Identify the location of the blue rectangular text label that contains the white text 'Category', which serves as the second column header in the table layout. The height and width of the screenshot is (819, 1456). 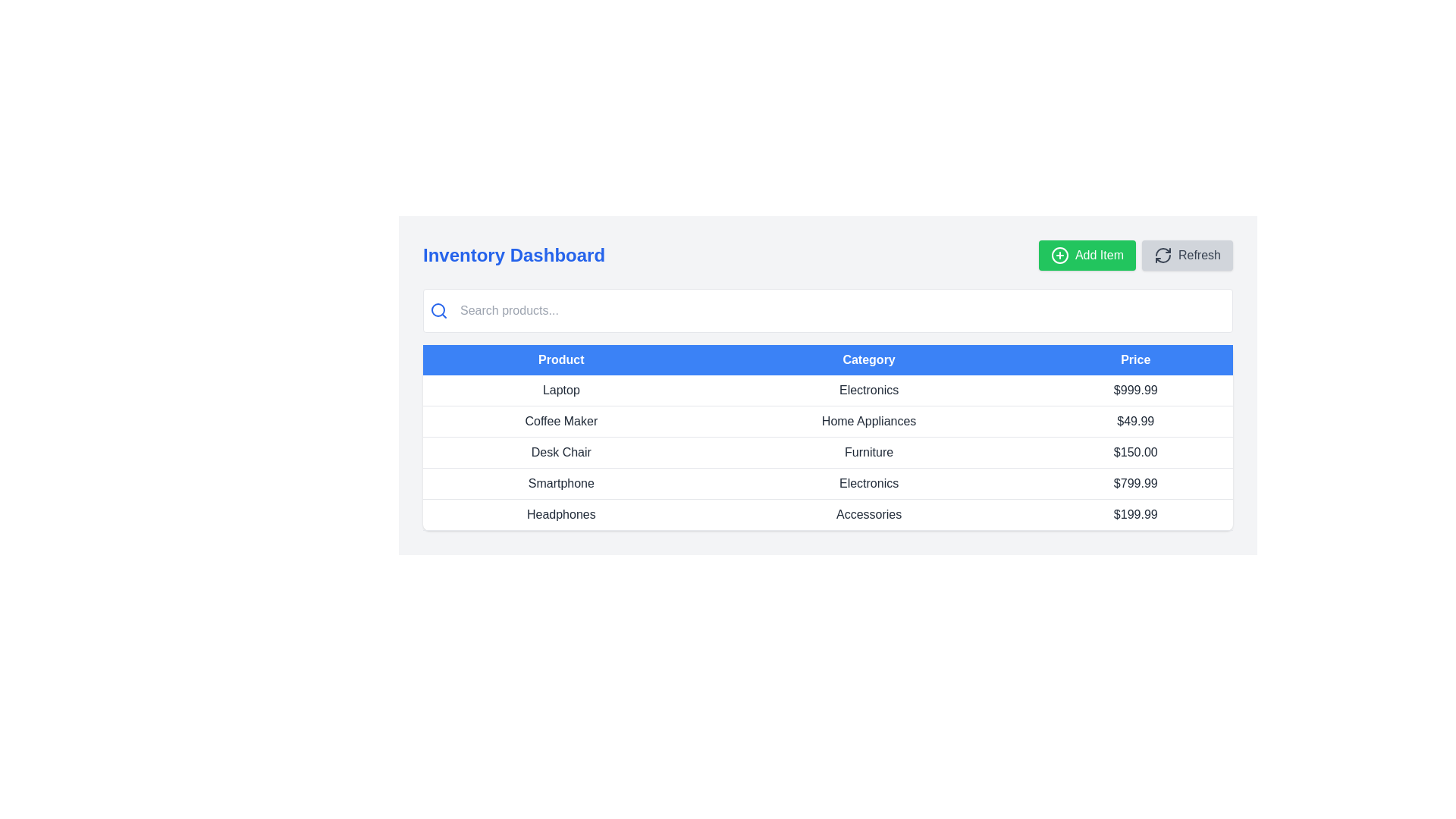
(869, 359).